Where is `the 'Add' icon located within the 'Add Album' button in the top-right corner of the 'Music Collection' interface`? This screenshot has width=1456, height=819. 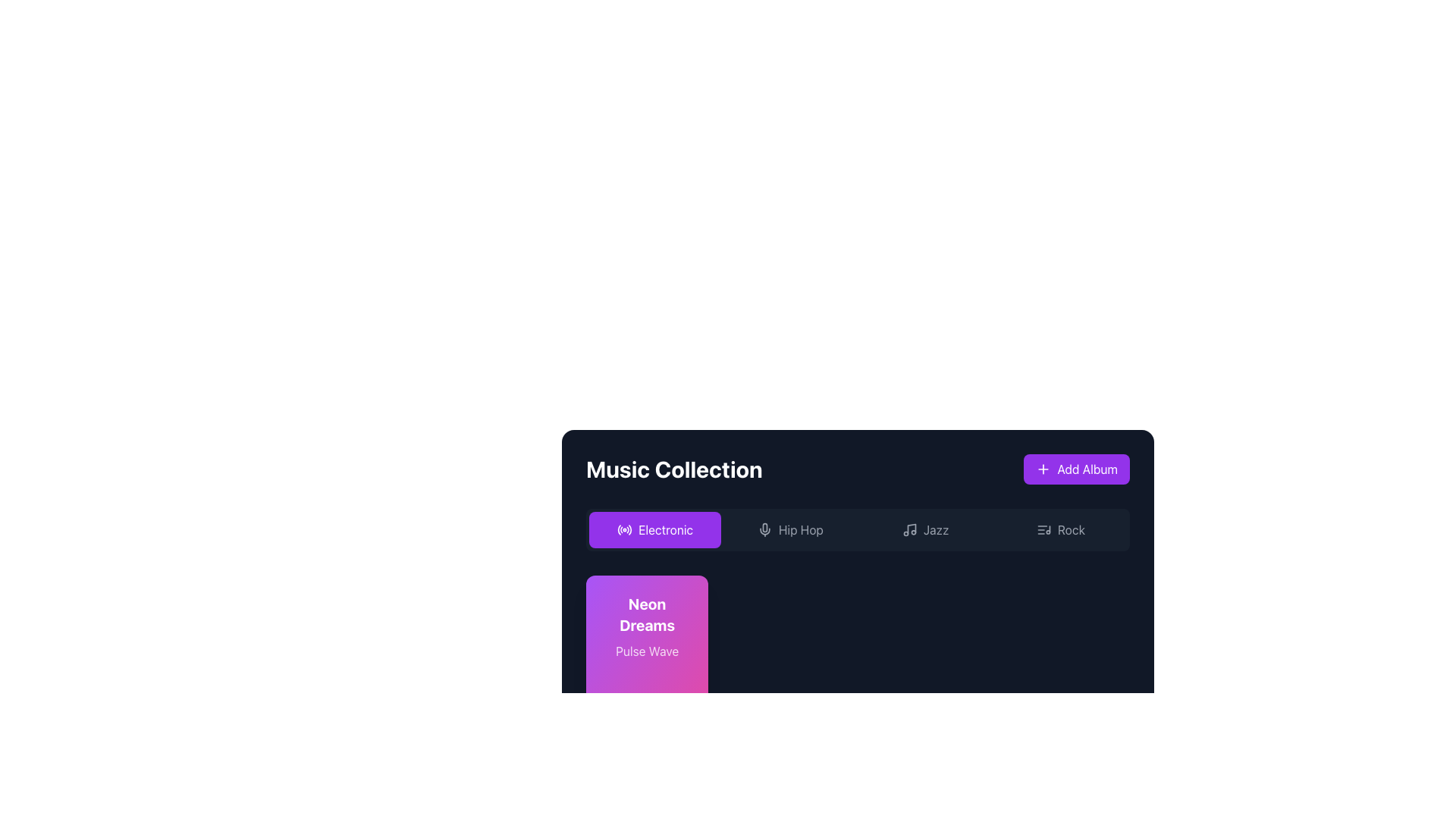
the 'Add' icon located within the 'Add Album' button in the top-right corner of the 'Music Collection' interface is located at coordinates (1043, 468).